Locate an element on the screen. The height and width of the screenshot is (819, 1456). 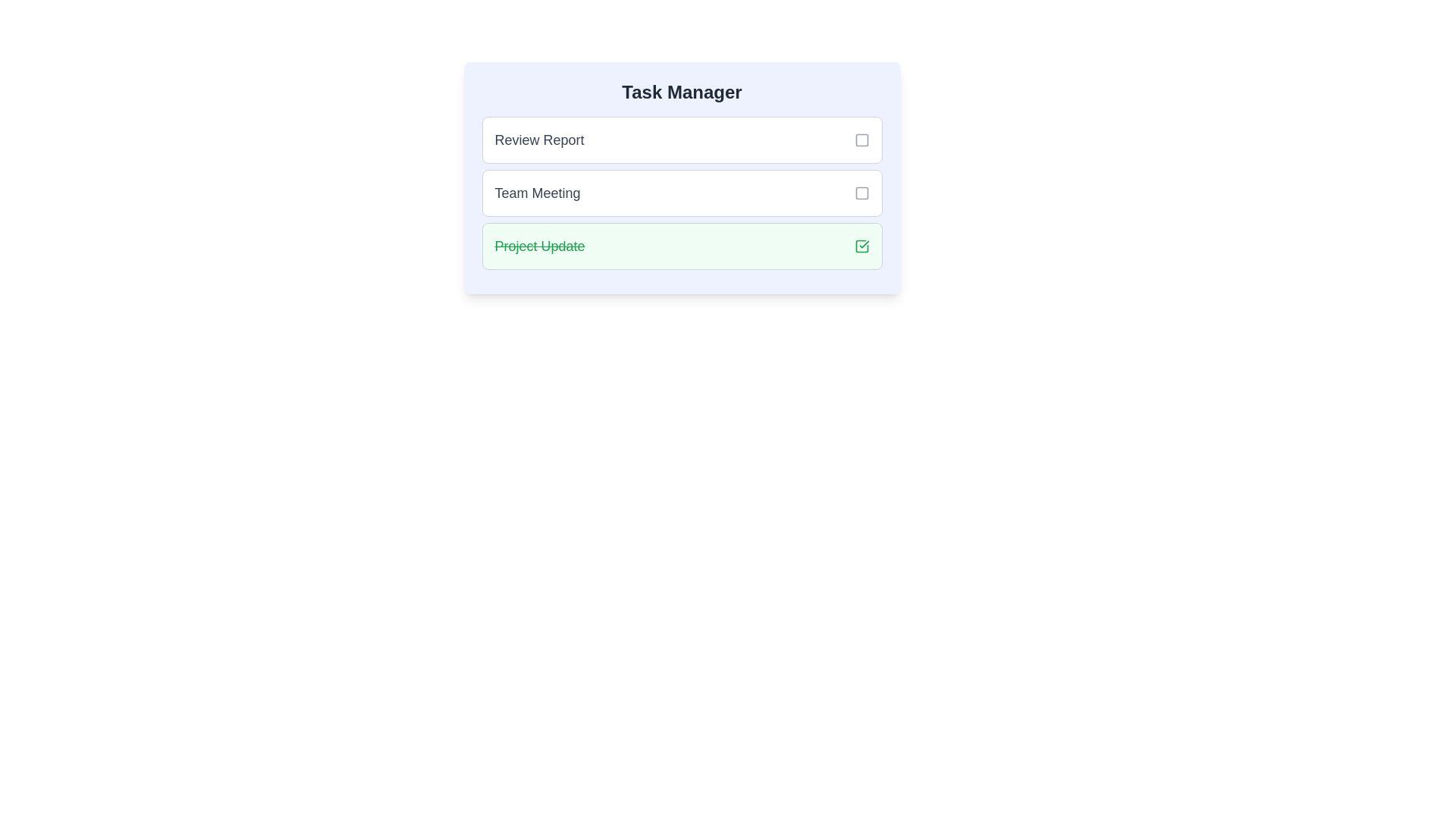
the small, square-shaped graphical icon with rounded corners located inside the 'Review Report' section of the Task Manager interface is located at coordinates (861, 140).